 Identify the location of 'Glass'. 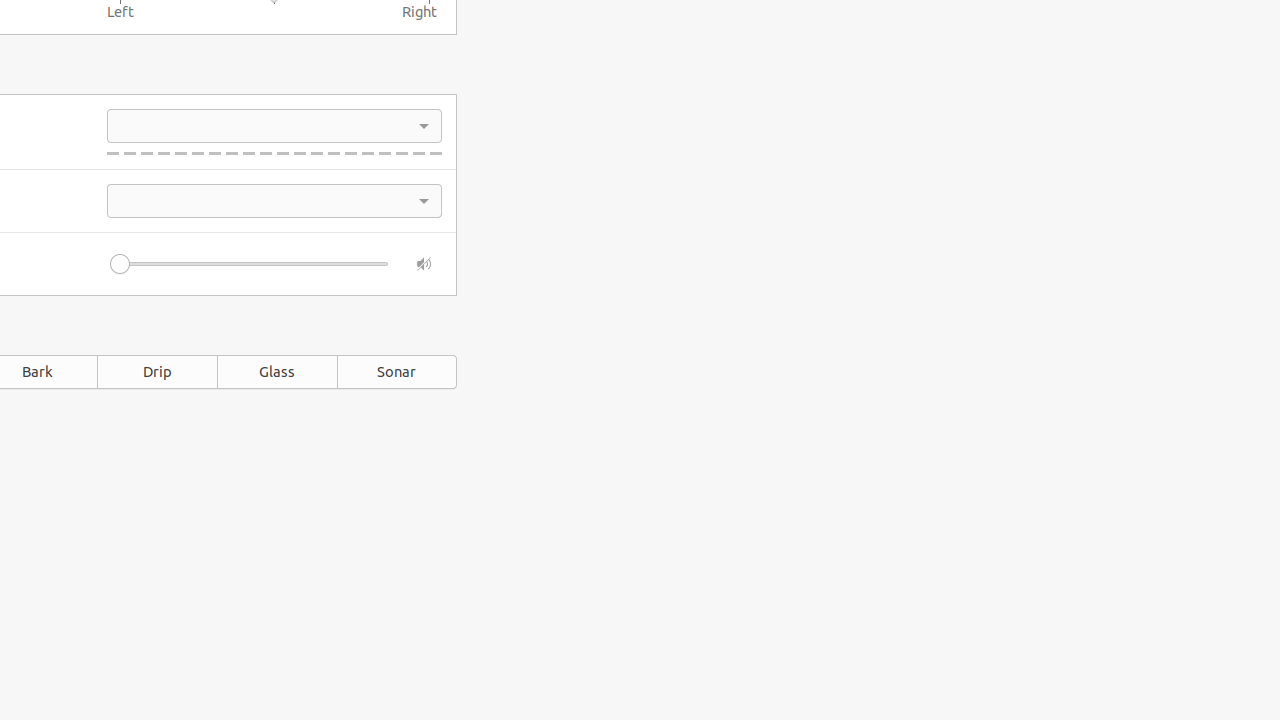
(275, 372).